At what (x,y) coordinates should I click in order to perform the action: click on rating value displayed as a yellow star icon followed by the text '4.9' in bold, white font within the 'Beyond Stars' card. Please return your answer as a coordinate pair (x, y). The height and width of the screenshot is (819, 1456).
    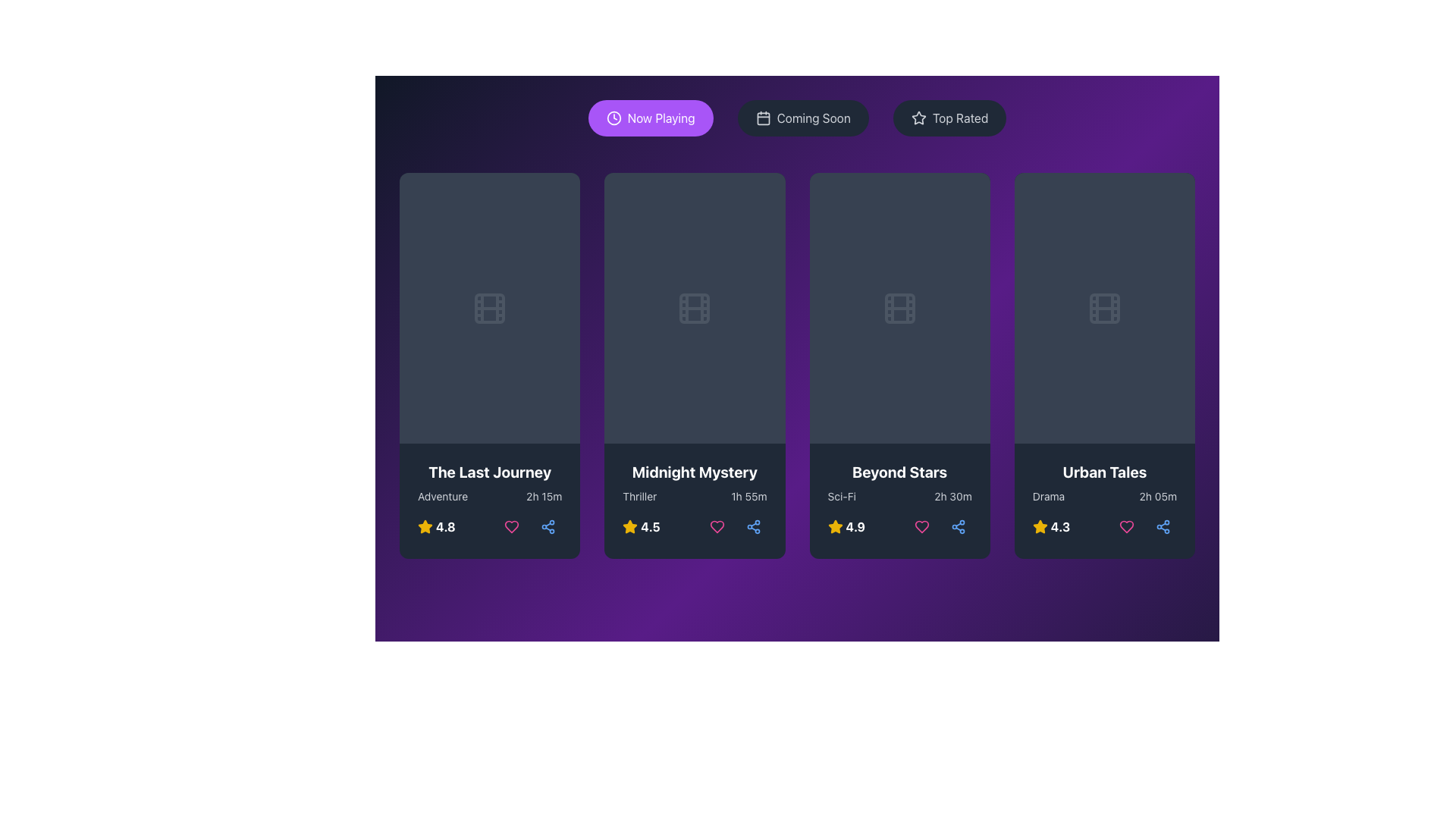
    Looking at the image, I should click on (846, 526).